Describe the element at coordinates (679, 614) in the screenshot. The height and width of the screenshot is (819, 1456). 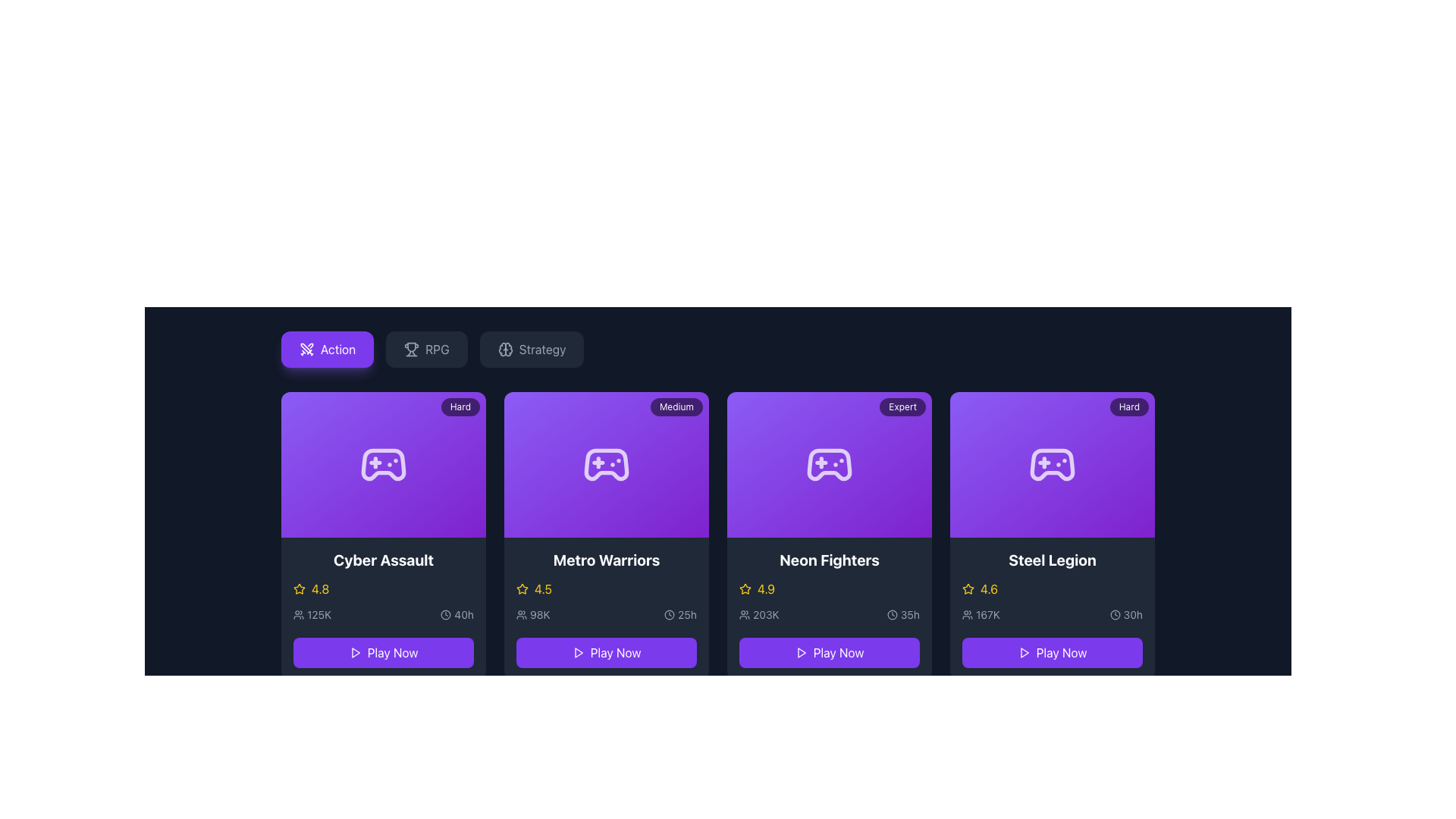
I see `the text '25h' with the clock icon in the lower section of the 'Metro Warriors' card` at that location.